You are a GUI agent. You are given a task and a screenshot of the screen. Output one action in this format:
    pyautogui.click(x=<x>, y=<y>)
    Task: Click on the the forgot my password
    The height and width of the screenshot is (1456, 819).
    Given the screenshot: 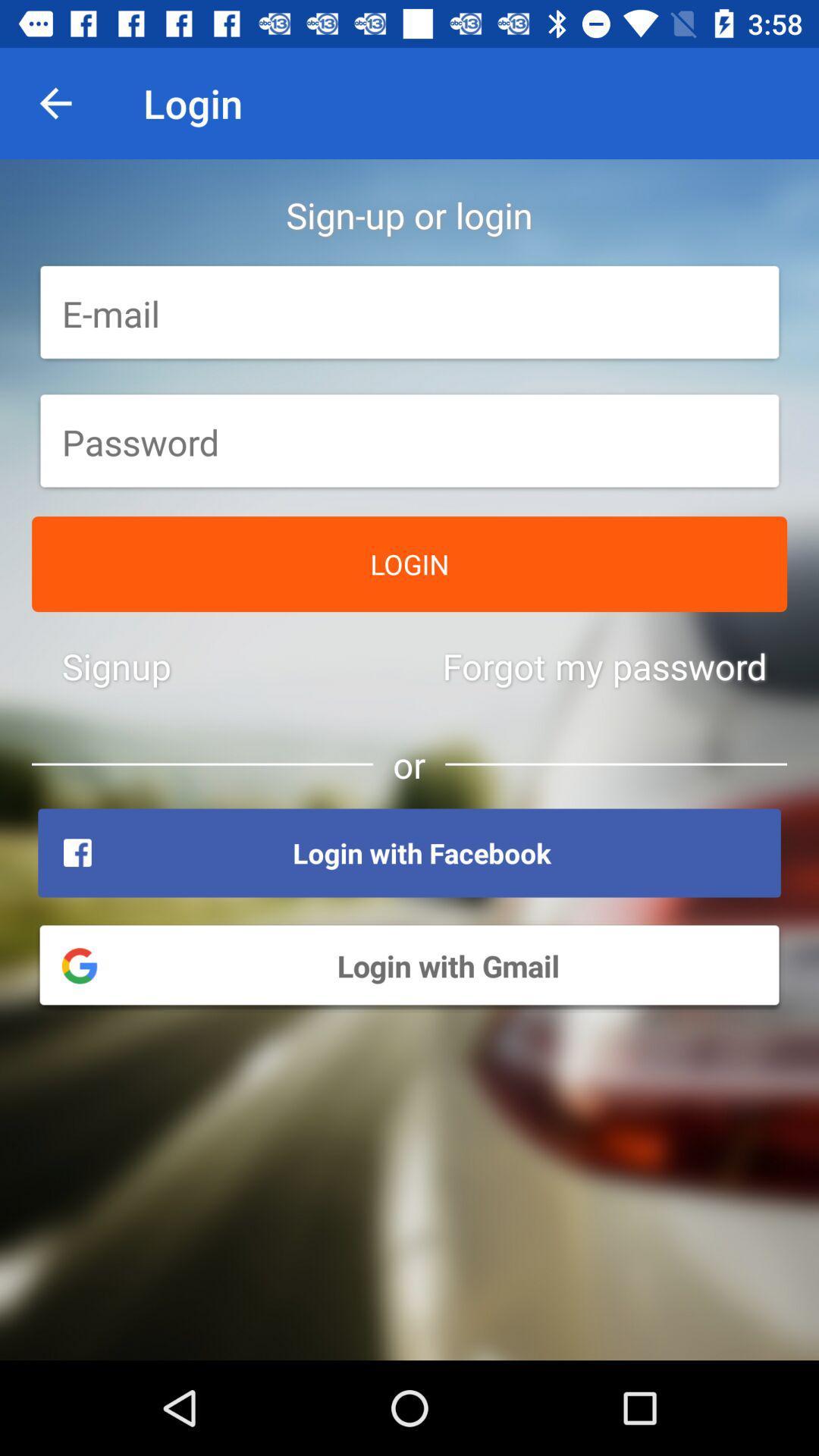 What is the action you would take?
    pyautogui.click(x=604, y=666)
    